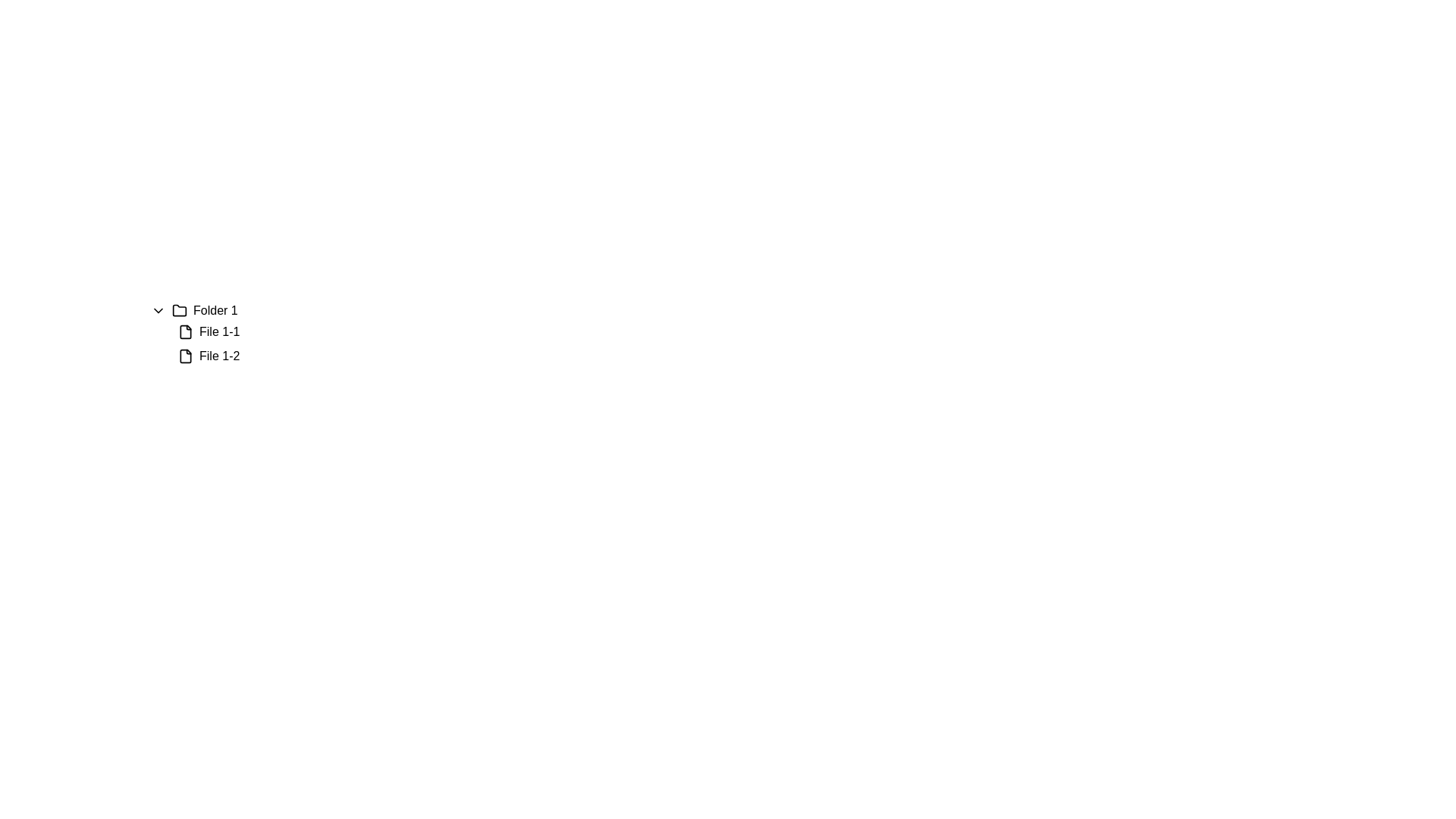 The height and width of the screenshot is (819, 1456). Describe the element at coordinates (184, 356) in the screenshot. I see `the file document icon located to the left of the 'File 1-2' text label` at that location.